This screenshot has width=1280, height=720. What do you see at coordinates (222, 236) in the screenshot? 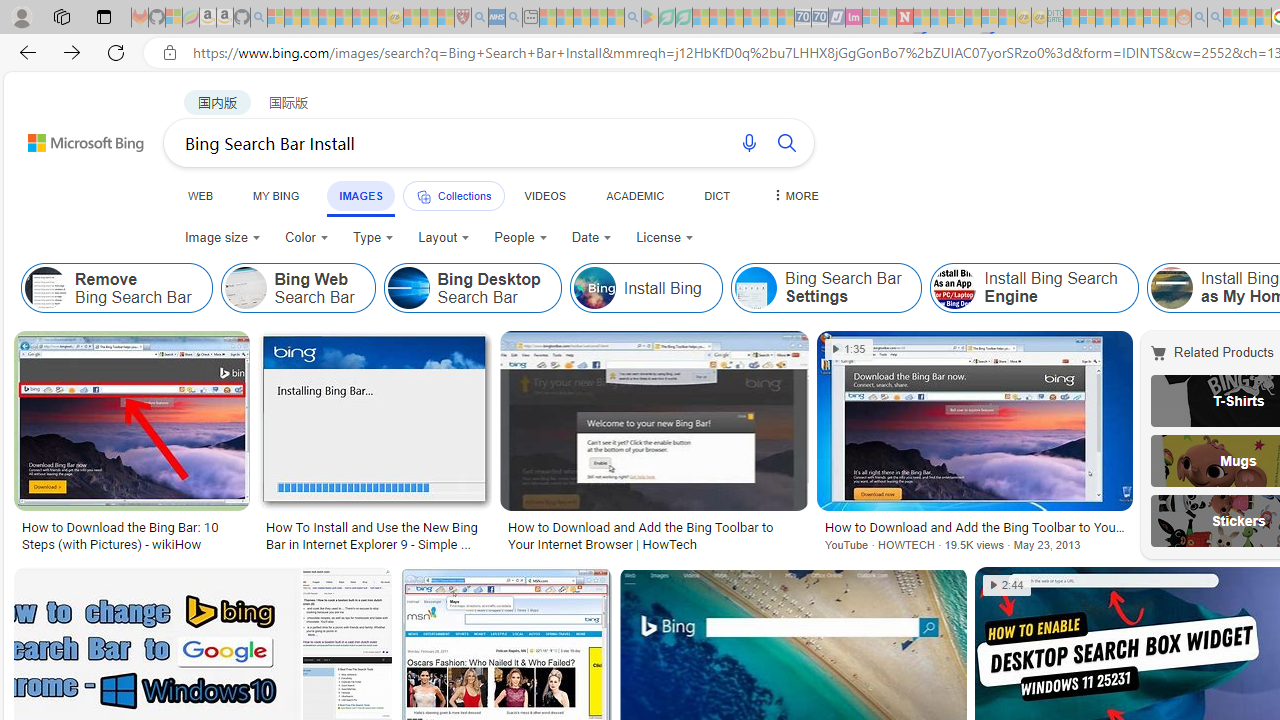
I see `'Image size'` at bounding box center [222, 236].